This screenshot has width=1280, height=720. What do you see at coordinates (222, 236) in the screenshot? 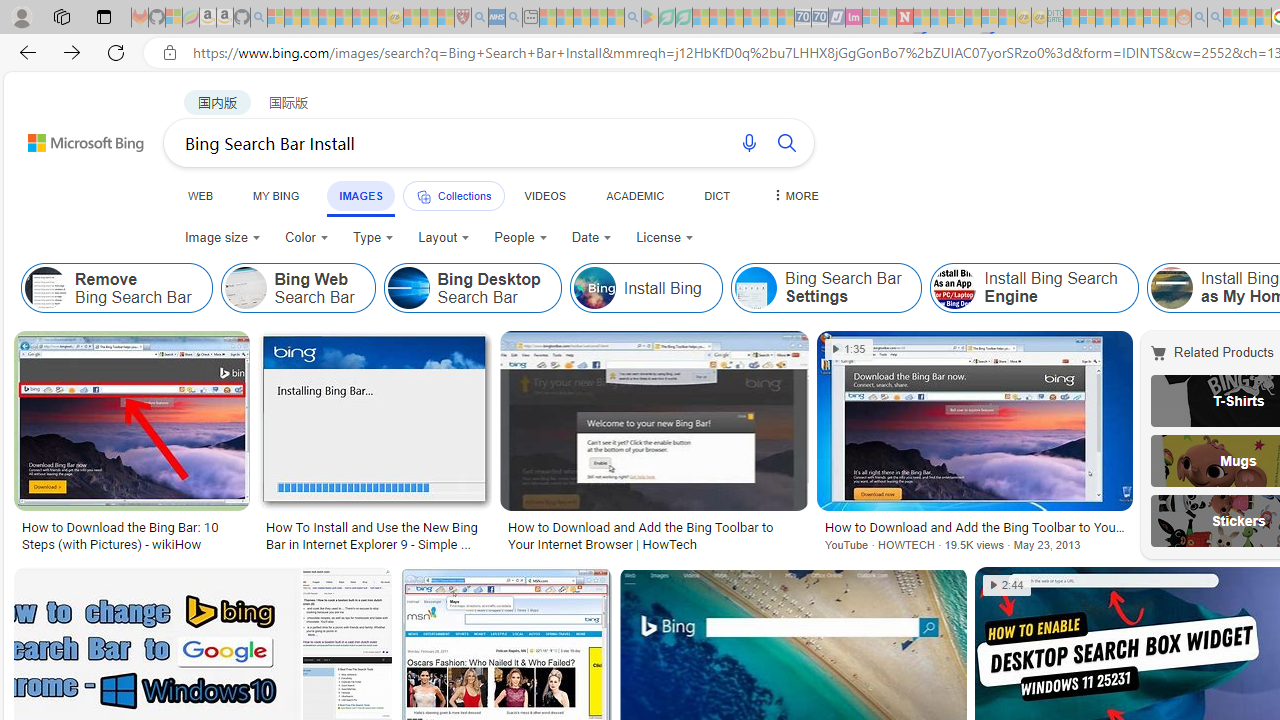
I see `'Image size'` at bounding box center [222, 236].